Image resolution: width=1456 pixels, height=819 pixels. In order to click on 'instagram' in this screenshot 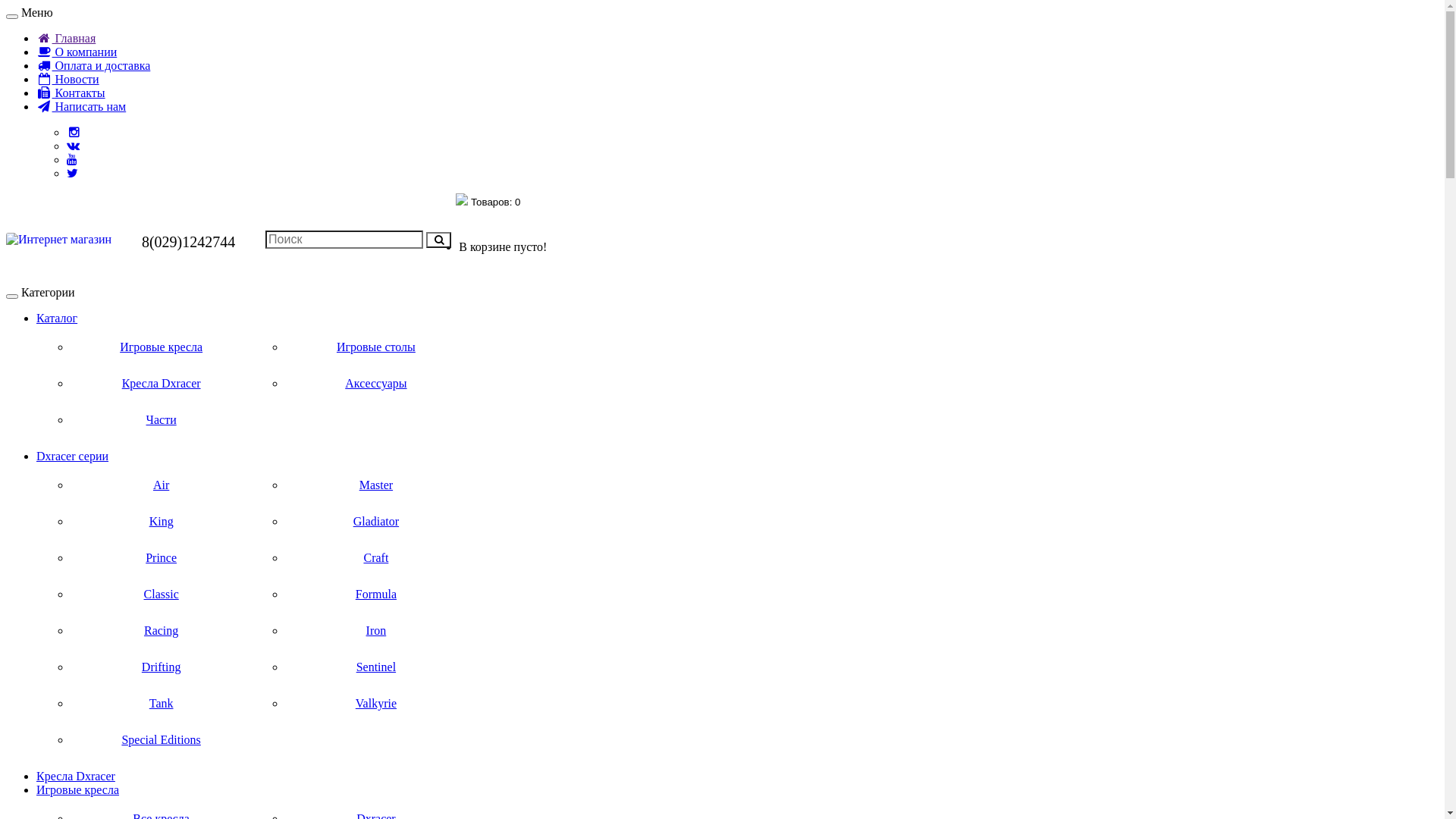, I will do `click(74, 131)`.